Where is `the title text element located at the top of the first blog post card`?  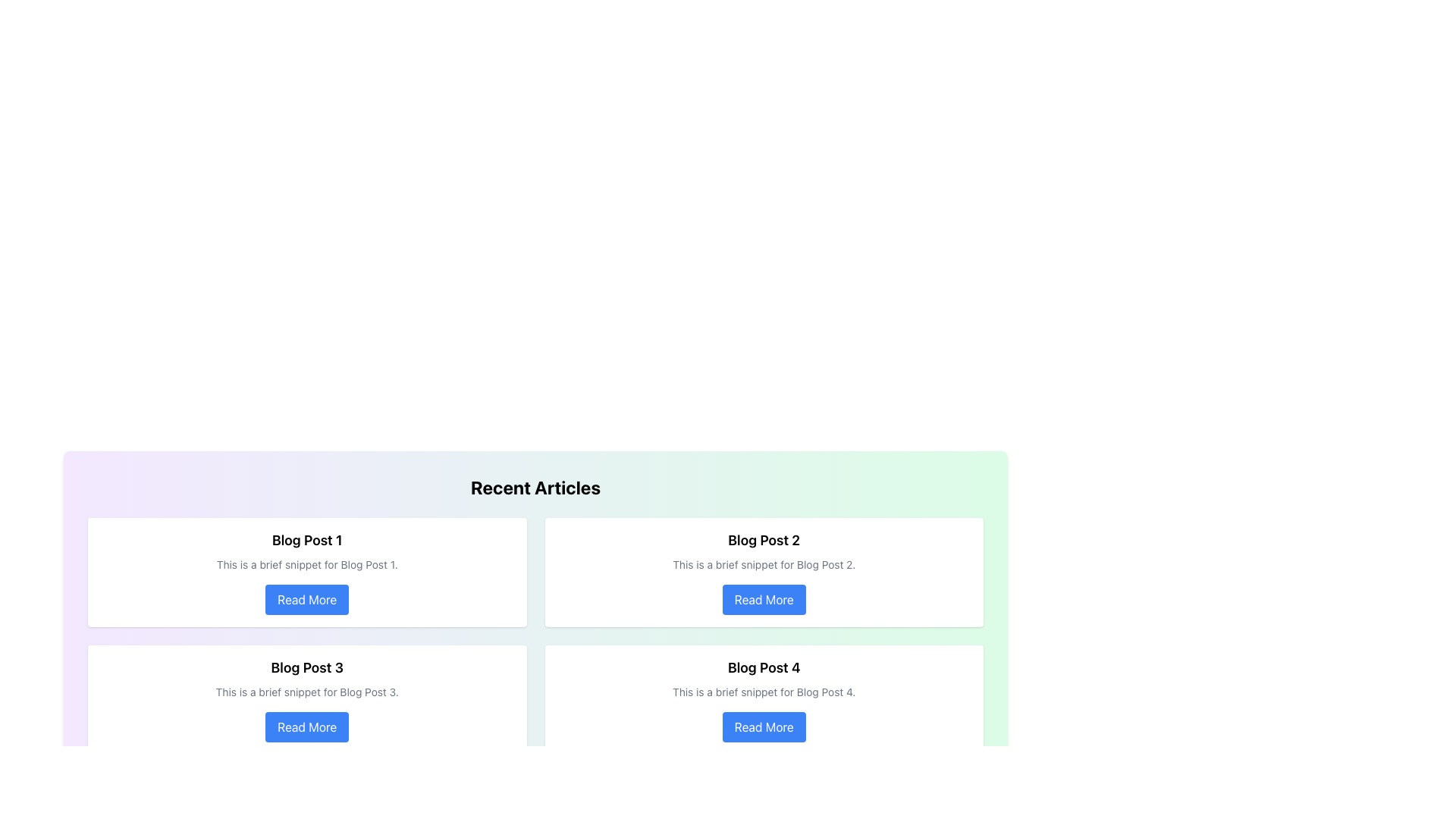
the title text element located at the top of the first blog post card is located at coordinates (306, 540).